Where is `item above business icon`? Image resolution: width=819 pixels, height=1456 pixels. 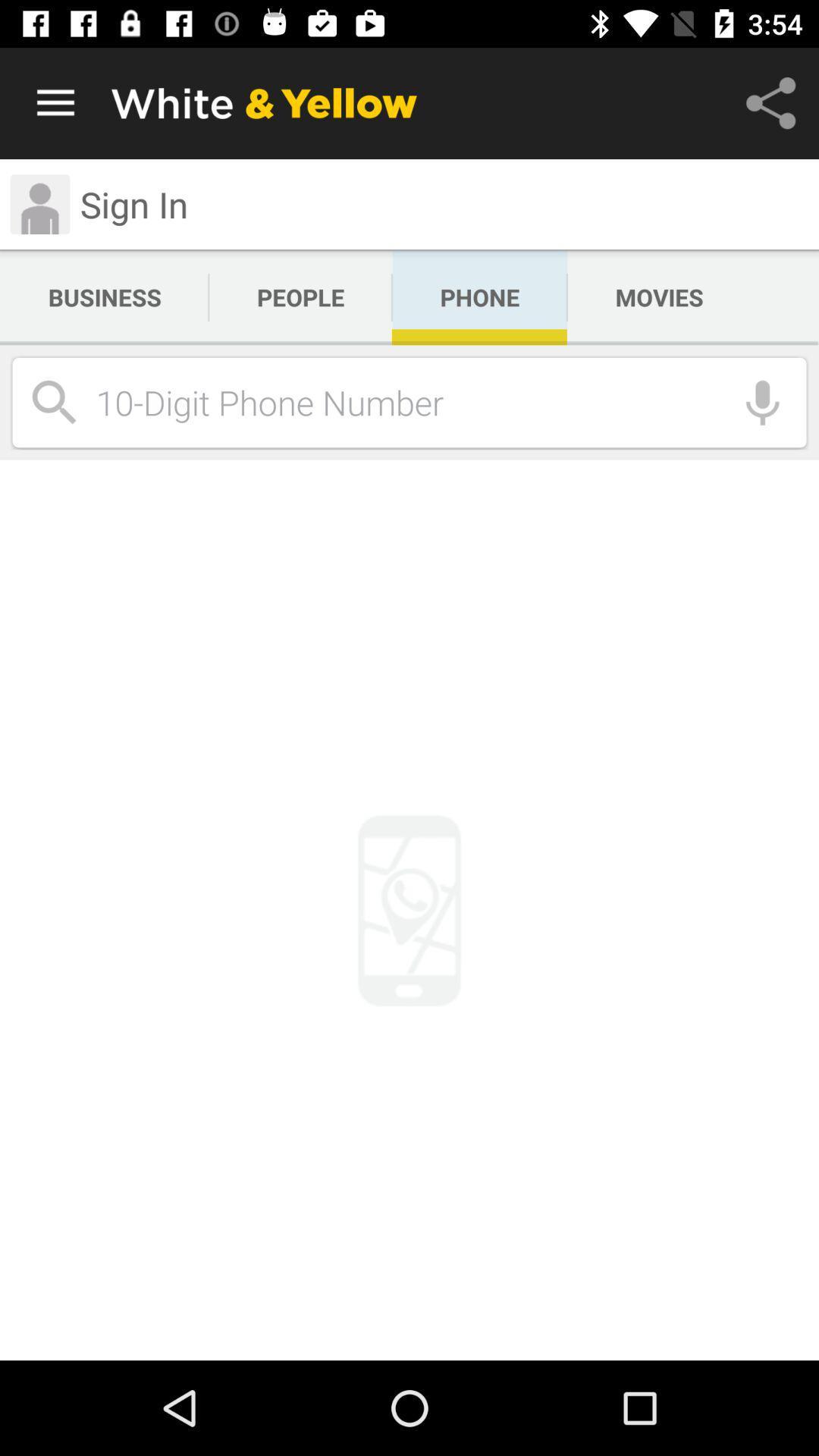
item above business icon is located at coordinates (133, 203).